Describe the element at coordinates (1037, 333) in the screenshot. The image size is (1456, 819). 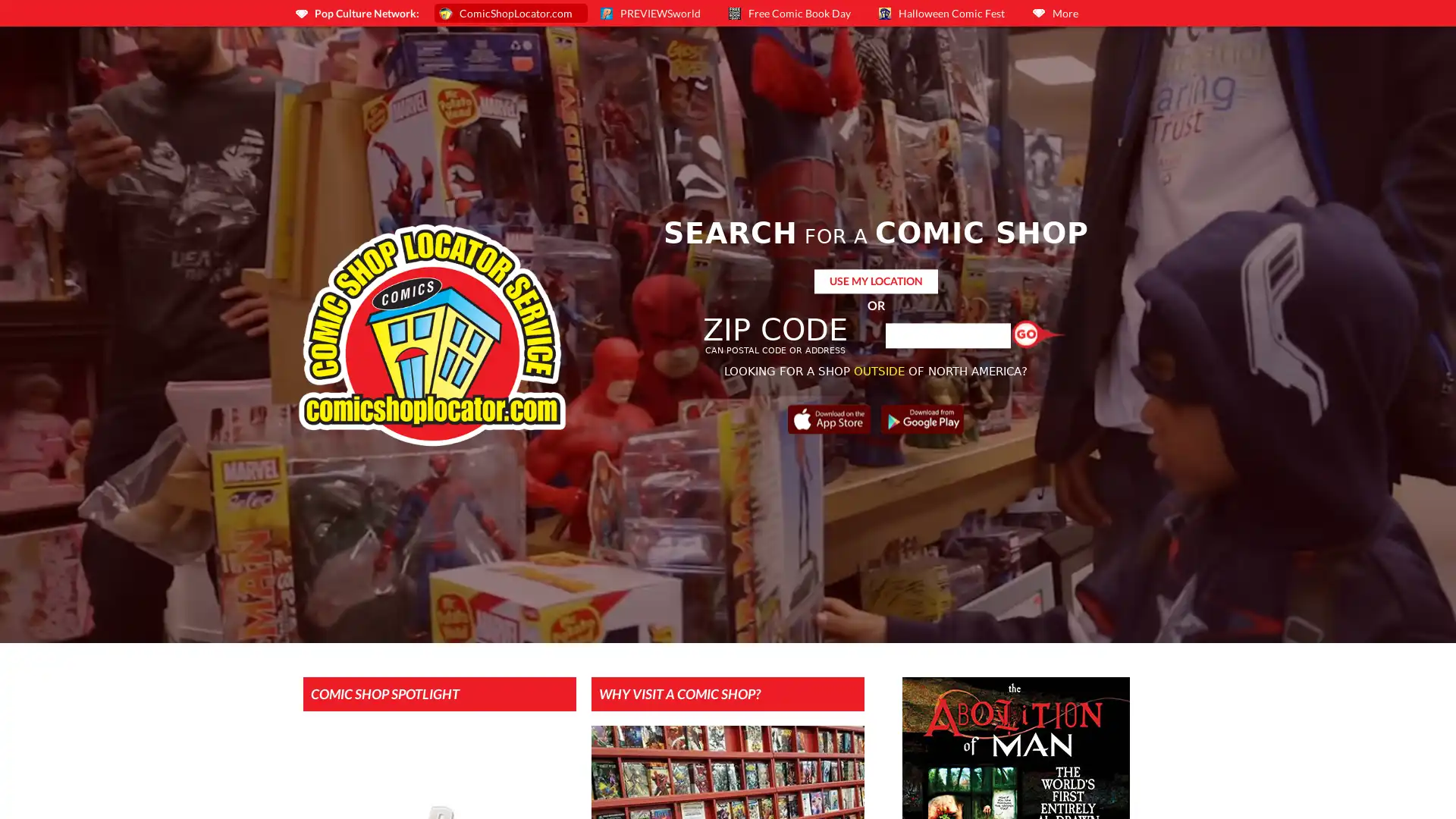
I see `Find a Shop!` at that location.